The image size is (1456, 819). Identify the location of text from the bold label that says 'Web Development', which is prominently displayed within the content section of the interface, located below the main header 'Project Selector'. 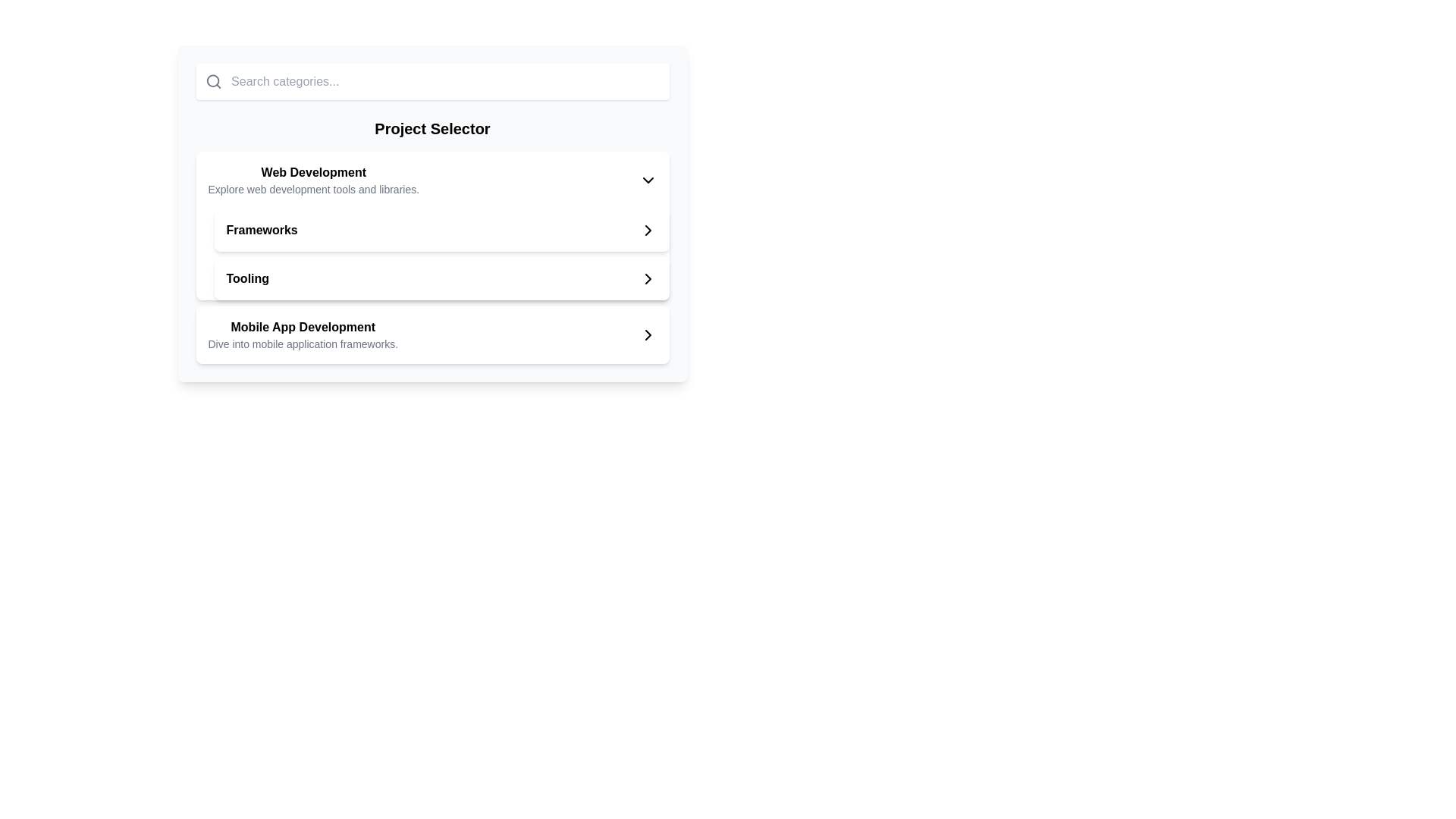
(312, 171).